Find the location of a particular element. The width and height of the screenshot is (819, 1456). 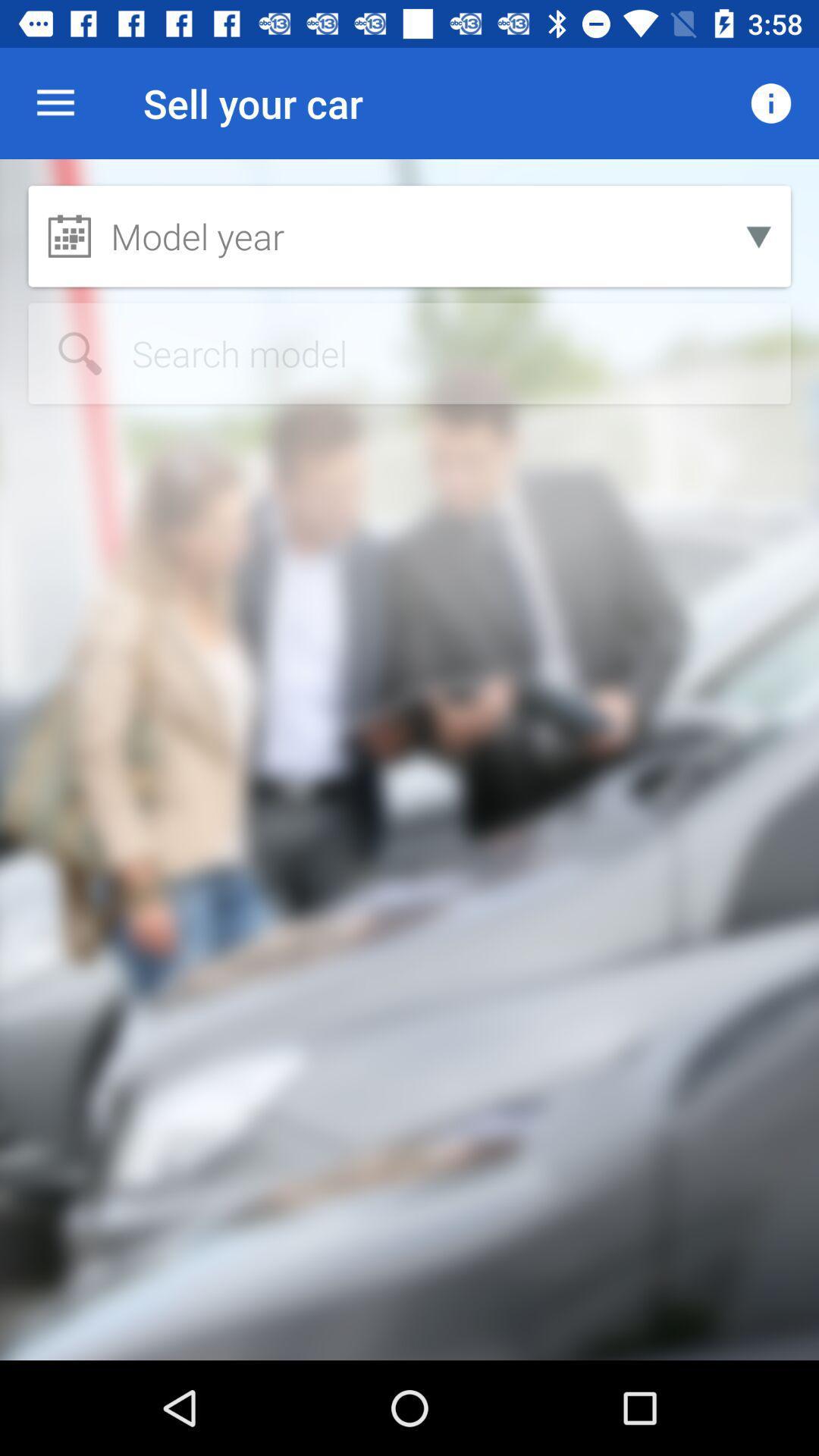

the icon next to the sell your car is located at coordinates (55, 102).